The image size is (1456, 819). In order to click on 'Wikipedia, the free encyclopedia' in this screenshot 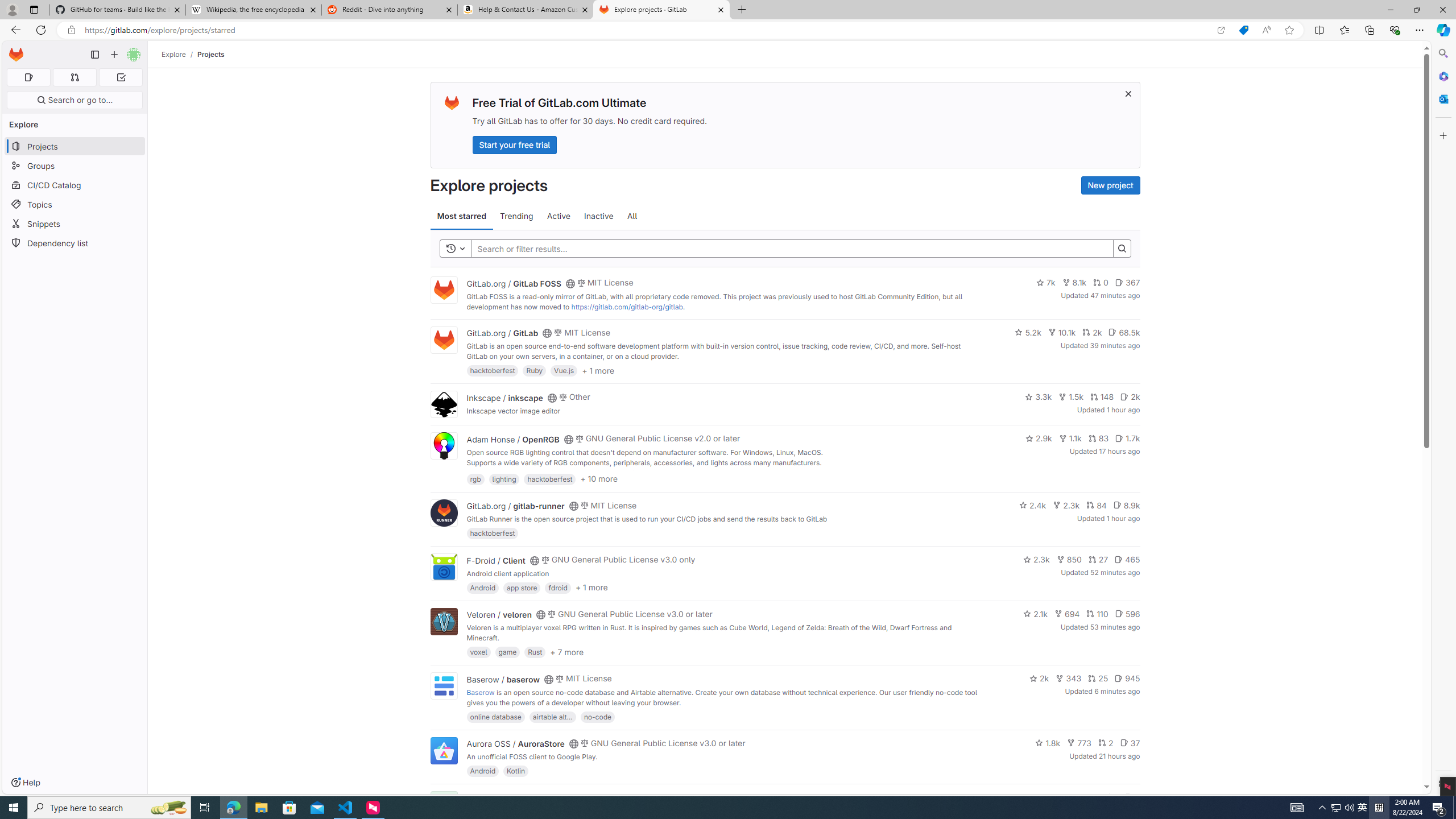, I will do `click(253, 9)`.